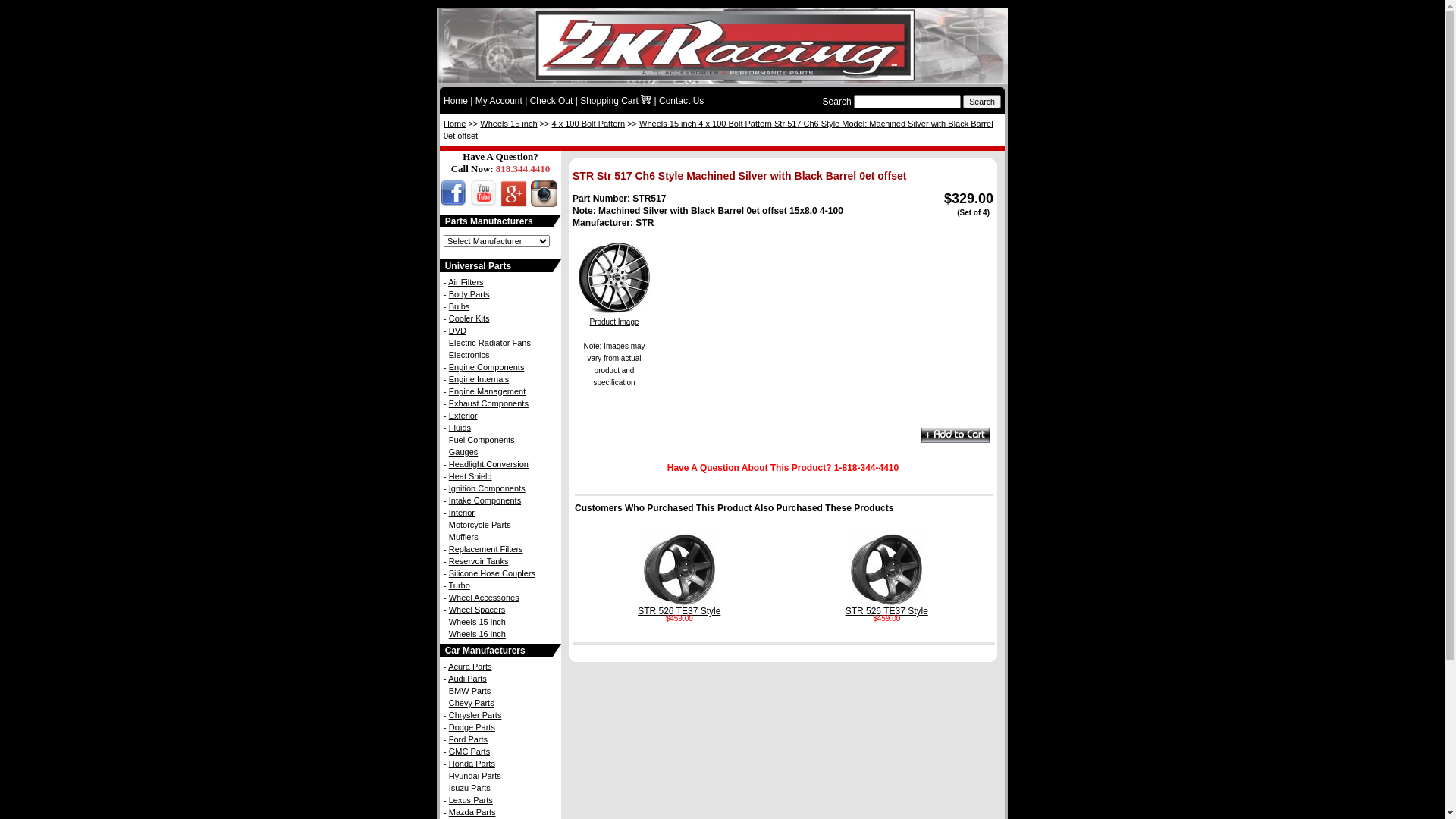 The width and height of the screenshot is (1456, 819). I want to click on 'Wheels 16 inch', so click(447, 634).